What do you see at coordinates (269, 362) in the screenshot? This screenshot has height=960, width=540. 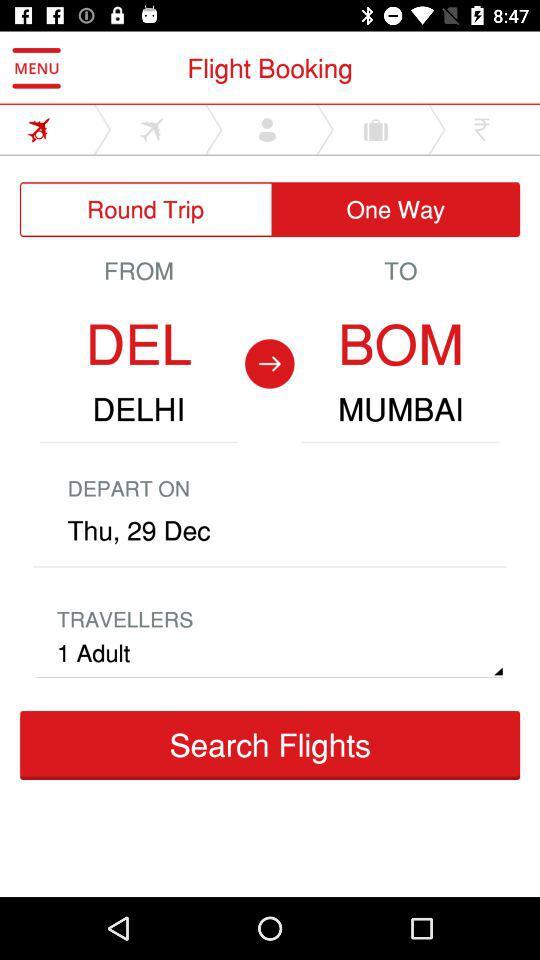 I see `the arrow_forward icon` at bounding box center [269, 362].